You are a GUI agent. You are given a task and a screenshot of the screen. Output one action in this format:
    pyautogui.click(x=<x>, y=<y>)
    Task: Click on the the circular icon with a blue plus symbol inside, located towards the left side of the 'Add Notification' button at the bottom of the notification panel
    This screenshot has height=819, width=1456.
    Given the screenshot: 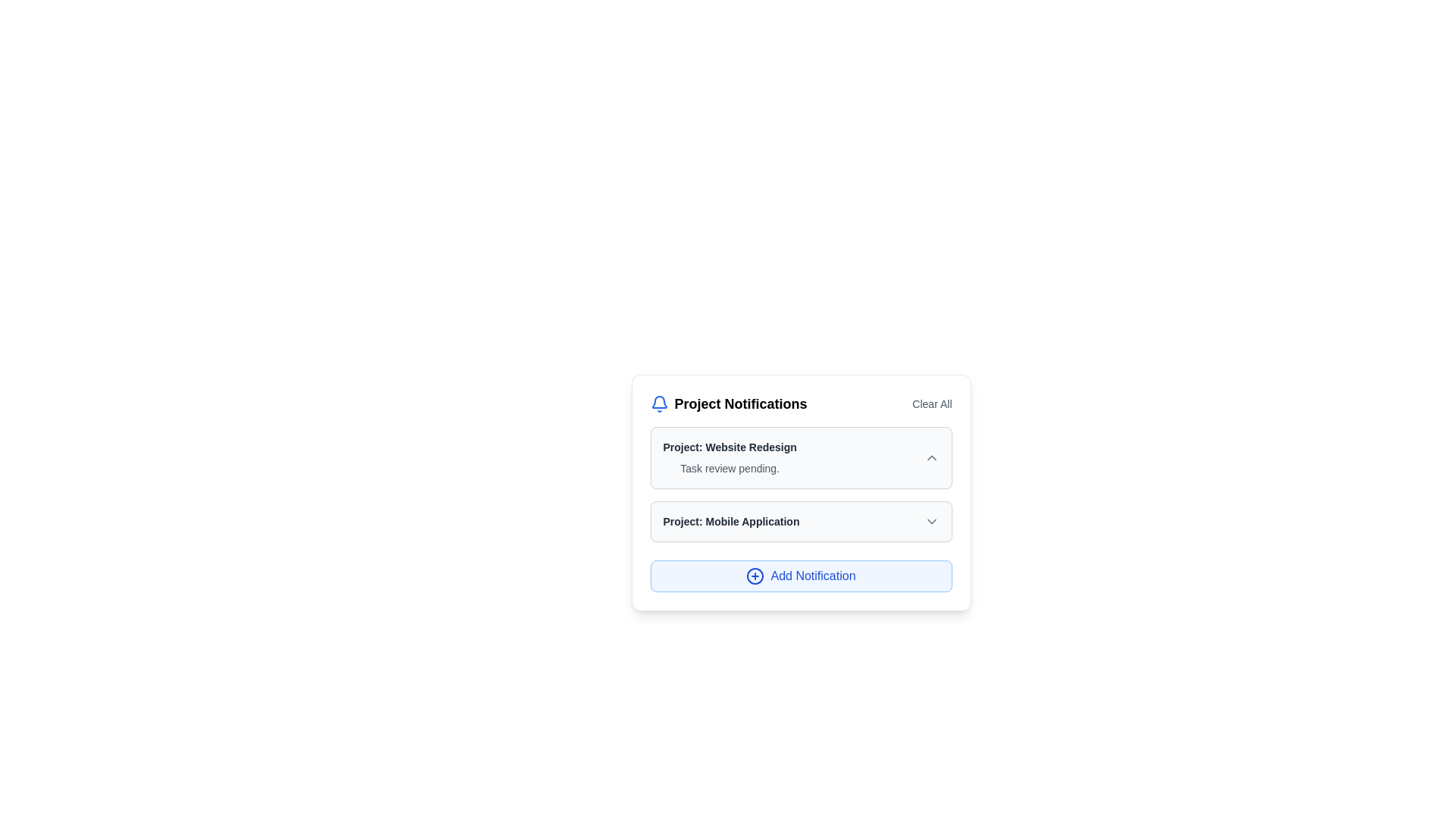 What is the action you would take?
    pyautogui.click(x=755, y=576)
    